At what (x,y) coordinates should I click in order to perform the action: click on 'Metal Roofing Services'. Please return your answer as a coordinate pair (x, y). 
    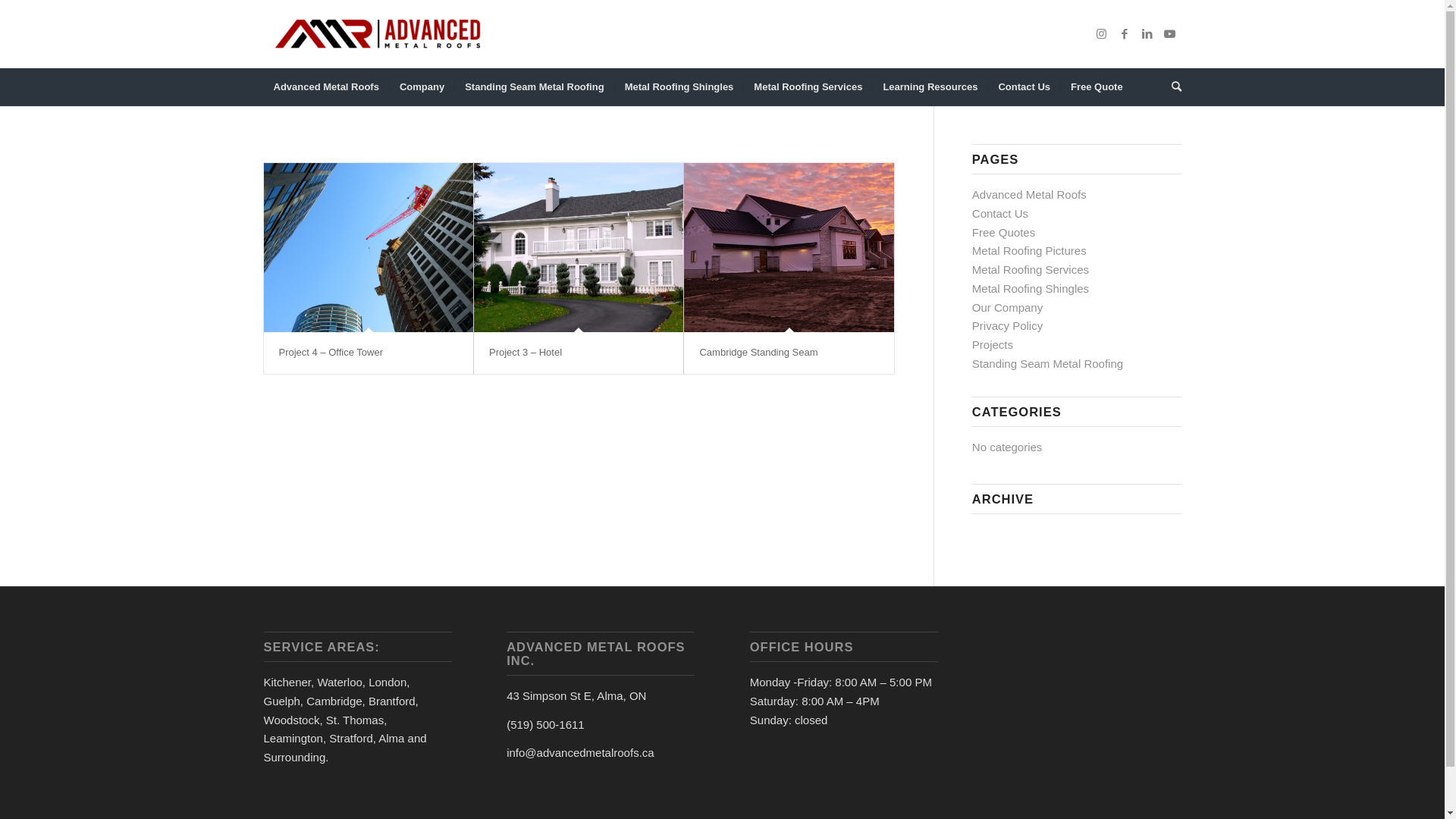
    Looking at the image, I should click on (971, 268).